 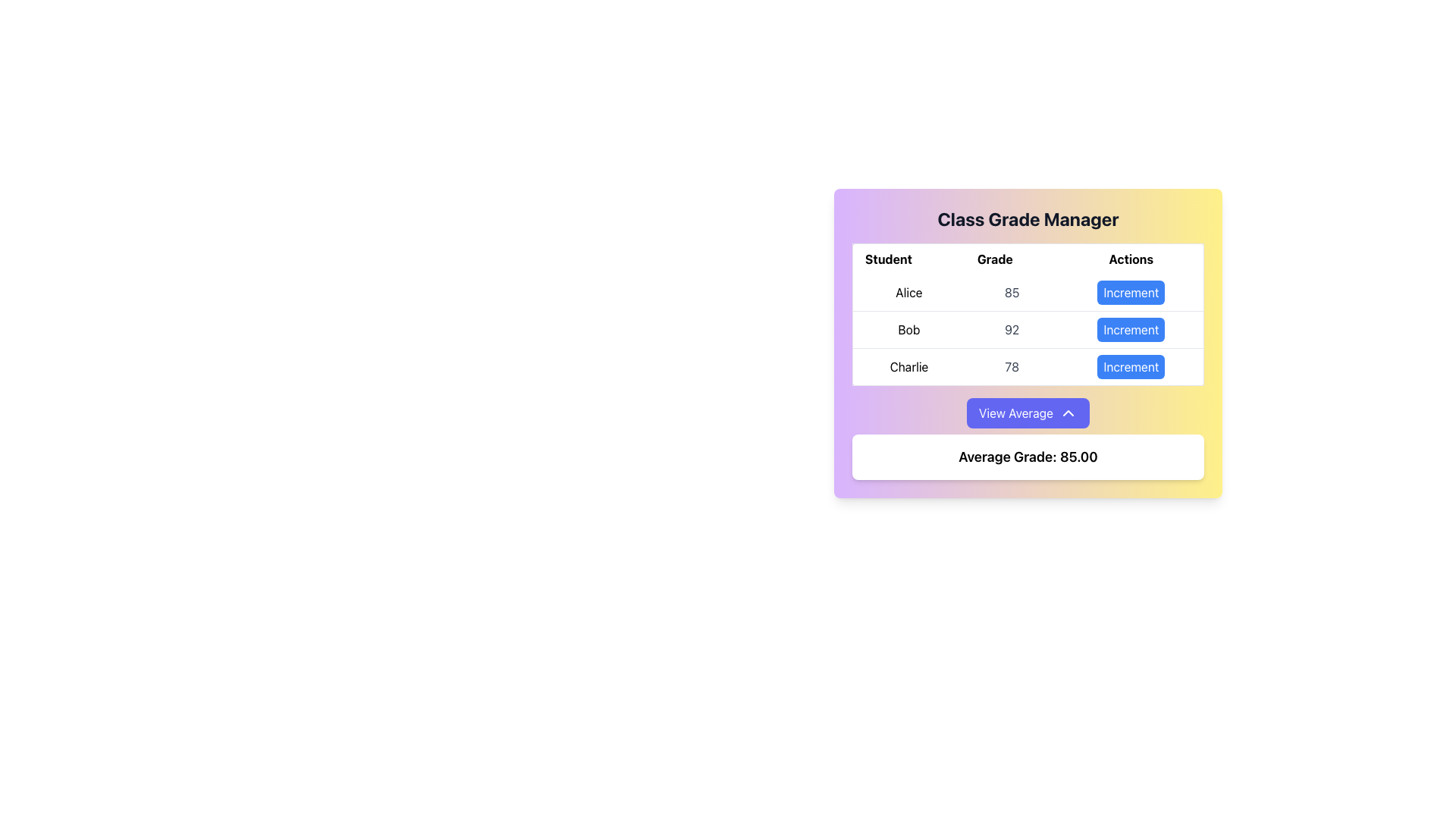 I want to click on the third 'Increment' button in the 'Actions' column of the 'Class Grade Manager' table, which is associated with the 'Charlie' row, so click(x=1131, y=366).